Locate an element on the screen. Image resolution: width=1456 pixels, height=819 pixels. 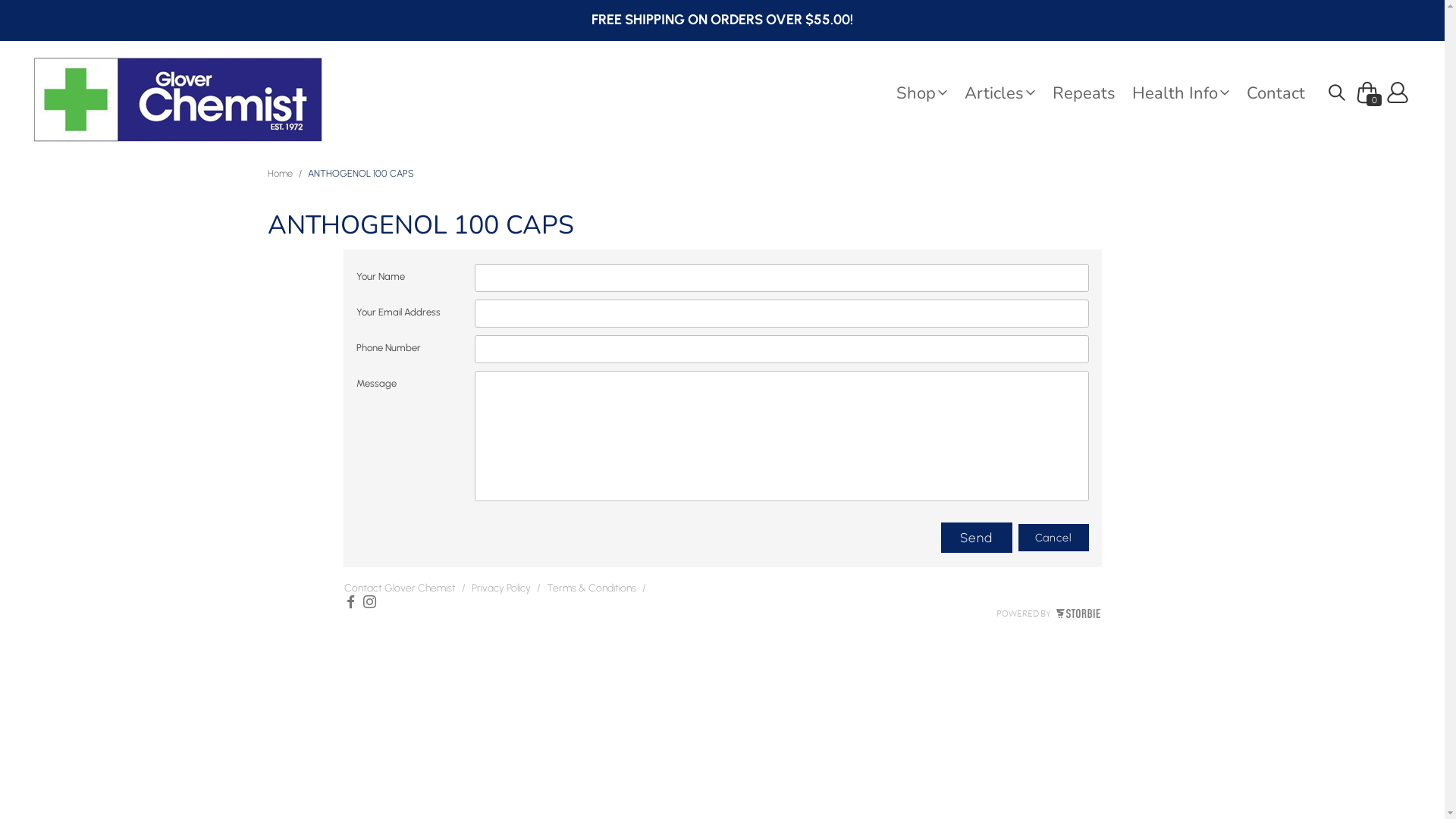
'Health Info' is located at coordinates (1188, 93).